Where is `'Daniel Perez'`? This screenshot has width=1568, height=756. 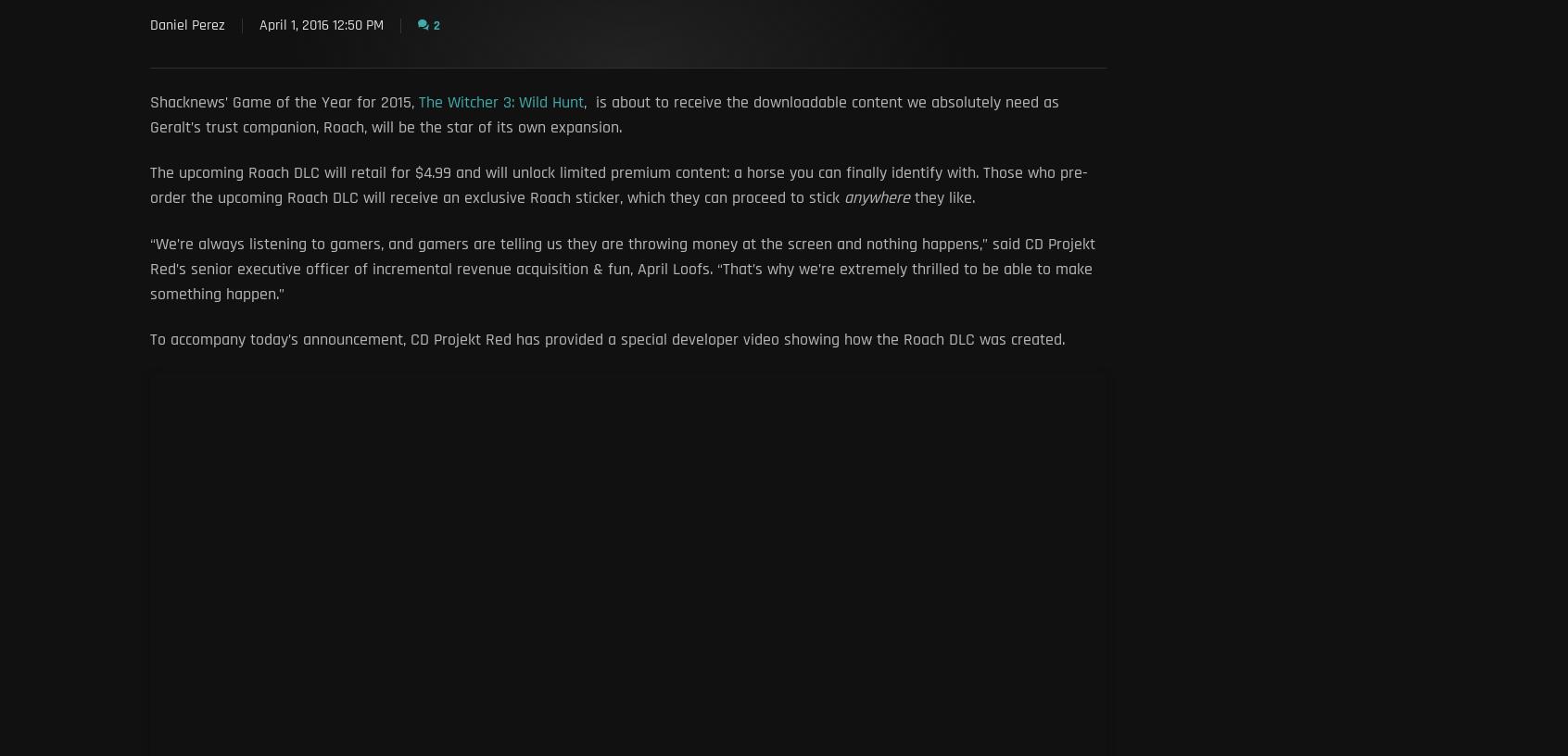 'Daniel Perez' is located at coordinates (148, 24).